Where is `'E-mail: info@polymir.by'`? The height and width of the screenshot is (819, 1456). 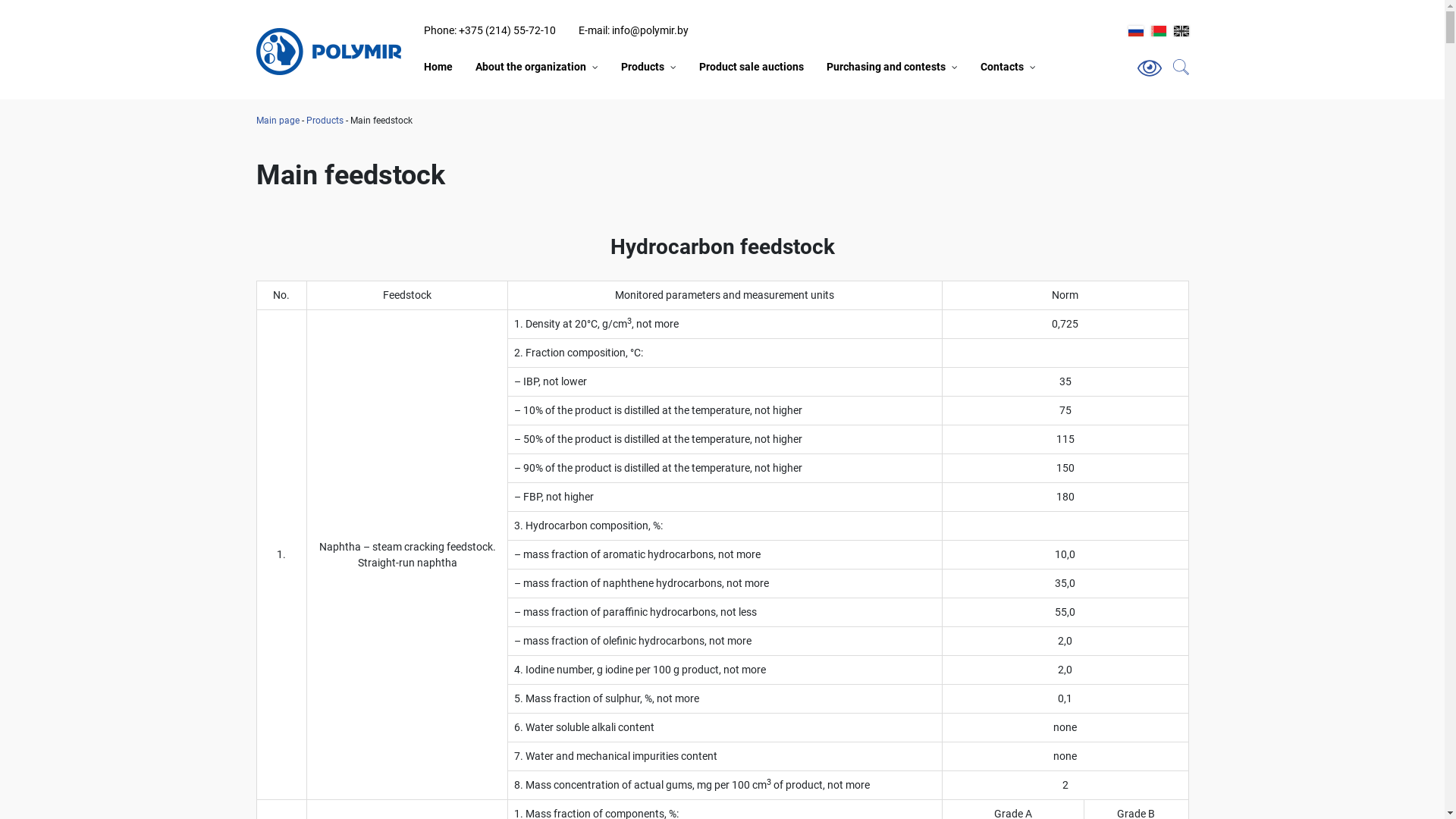
'E-mail: info@polymir.by' is located at coordinates (632, 30).